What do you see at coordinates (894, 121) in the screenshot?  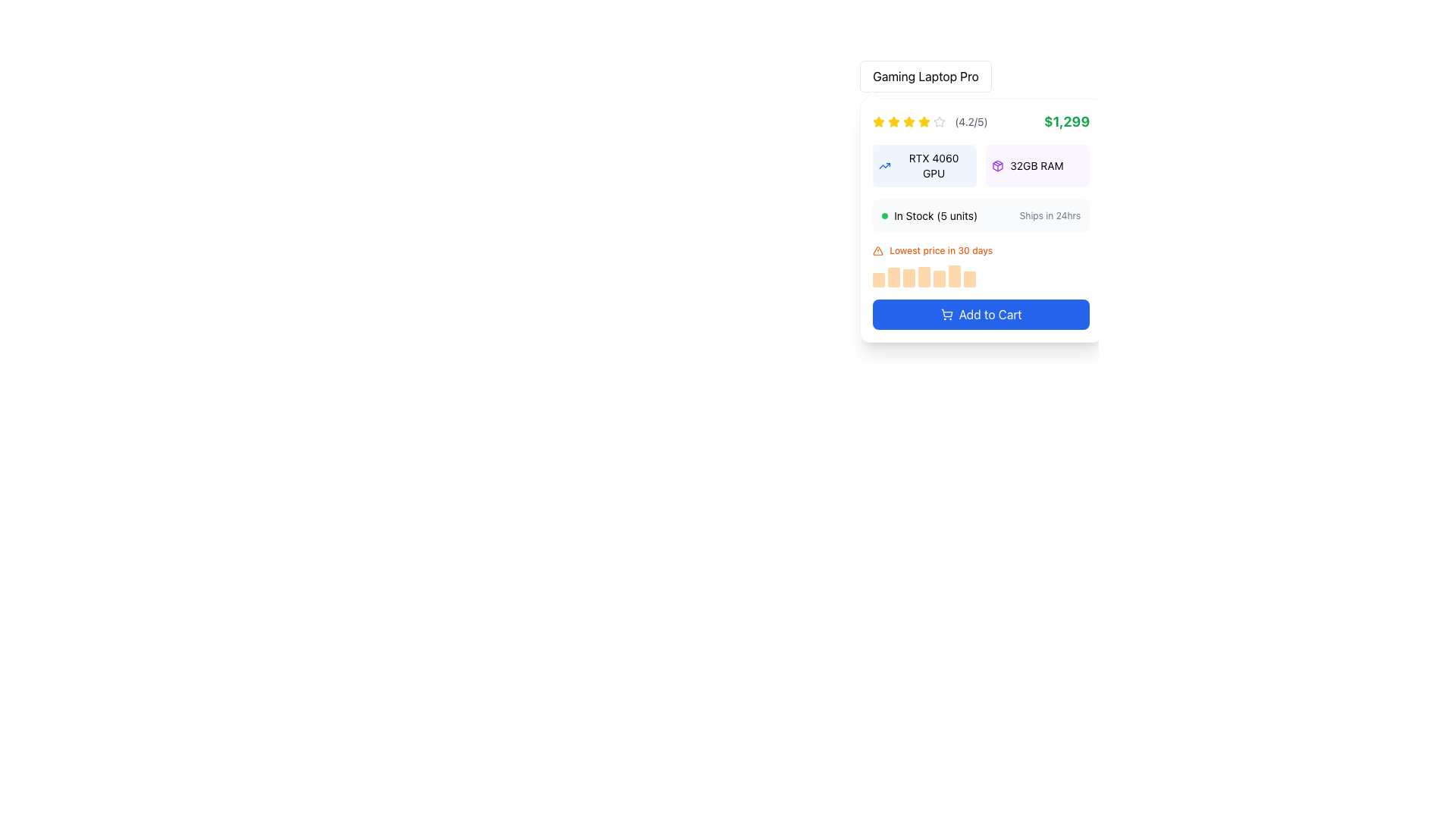 I see `the first star icon for rating functionality, which visually represents one of the rating stars for the product, located at the top left corner of the product card` at bounding box center [894, 121].